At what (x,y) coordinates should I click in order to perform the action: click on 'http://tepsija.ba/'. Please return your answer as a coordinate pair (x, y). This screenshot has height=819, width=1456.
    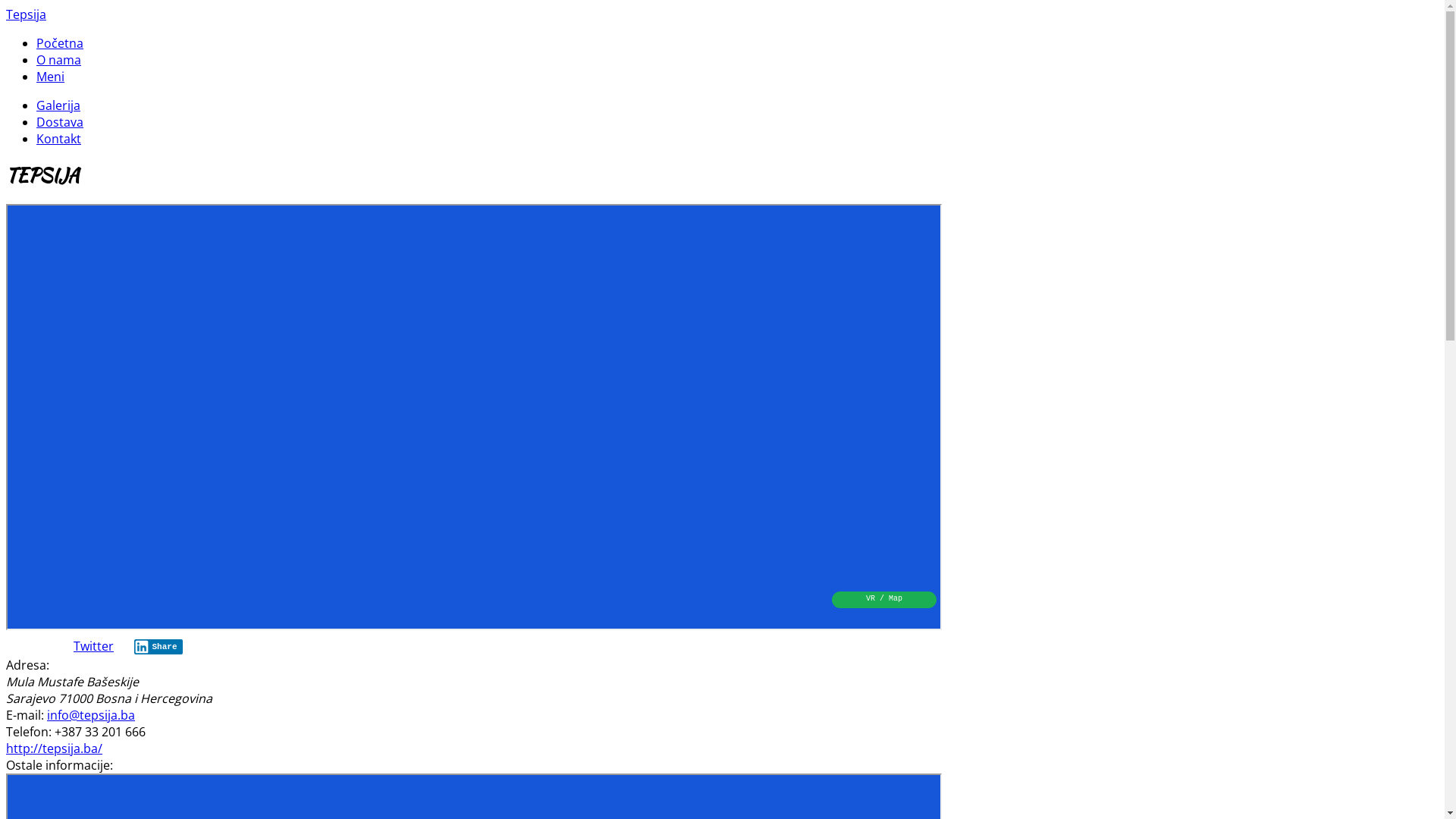
    Looking at the image, I should click on (6, 748).